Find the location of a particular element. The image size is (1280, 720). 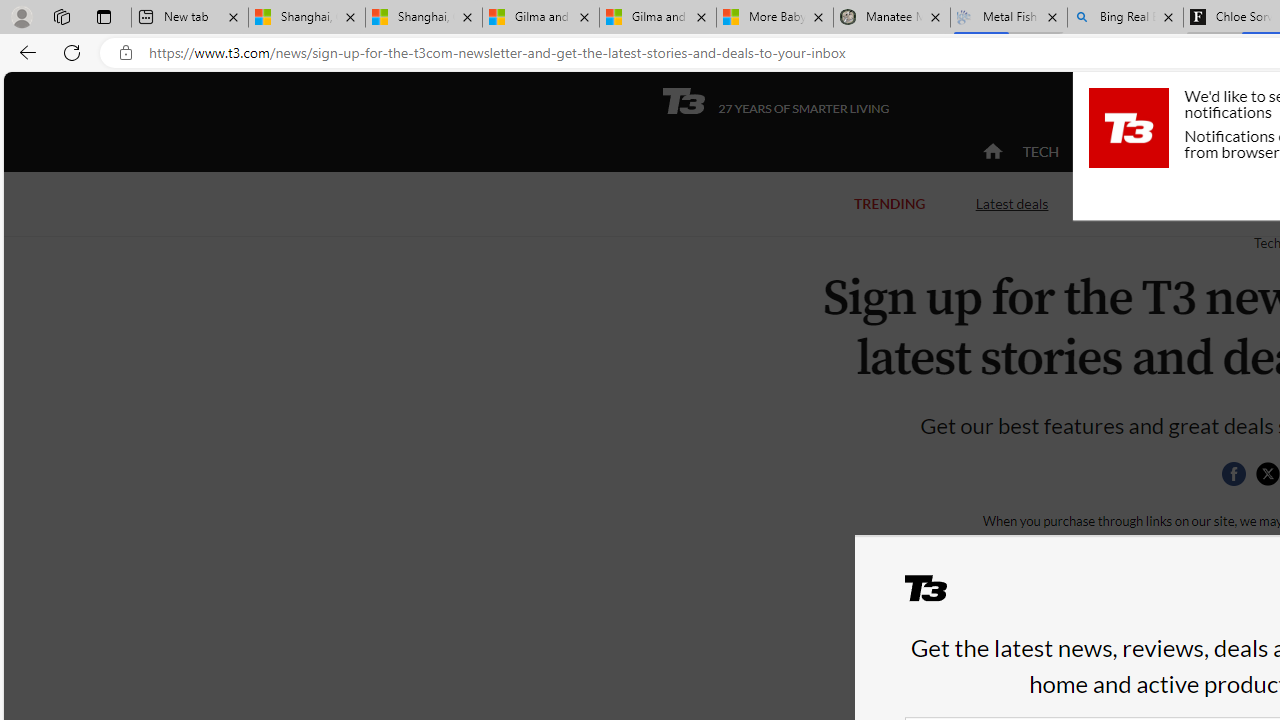

'T3 27 YEARS OF SMARTER LIVING' is located at coordinates (774, 101).